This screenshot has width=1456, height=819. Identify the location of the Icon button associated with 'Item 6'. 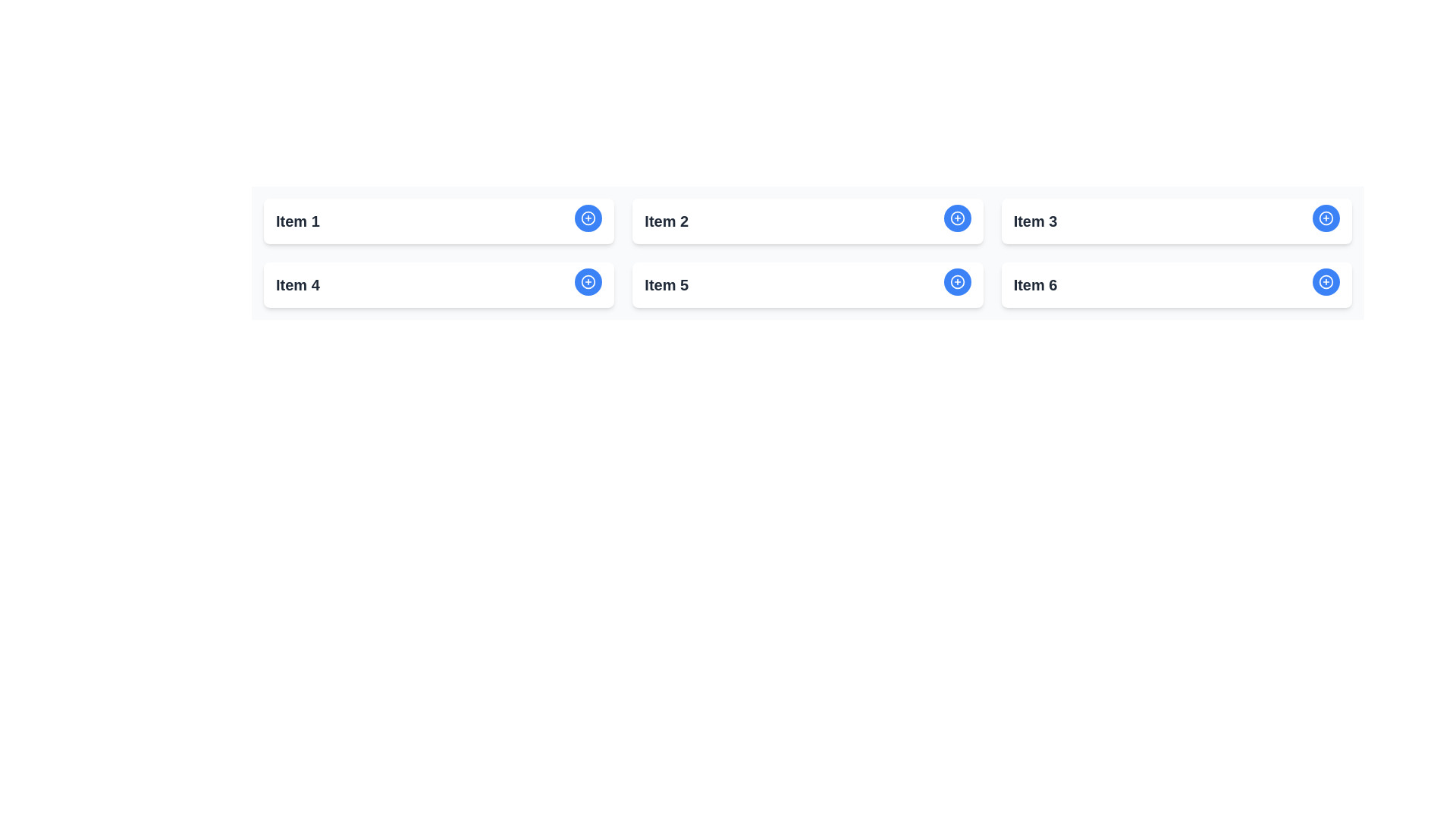
(1325, 281).